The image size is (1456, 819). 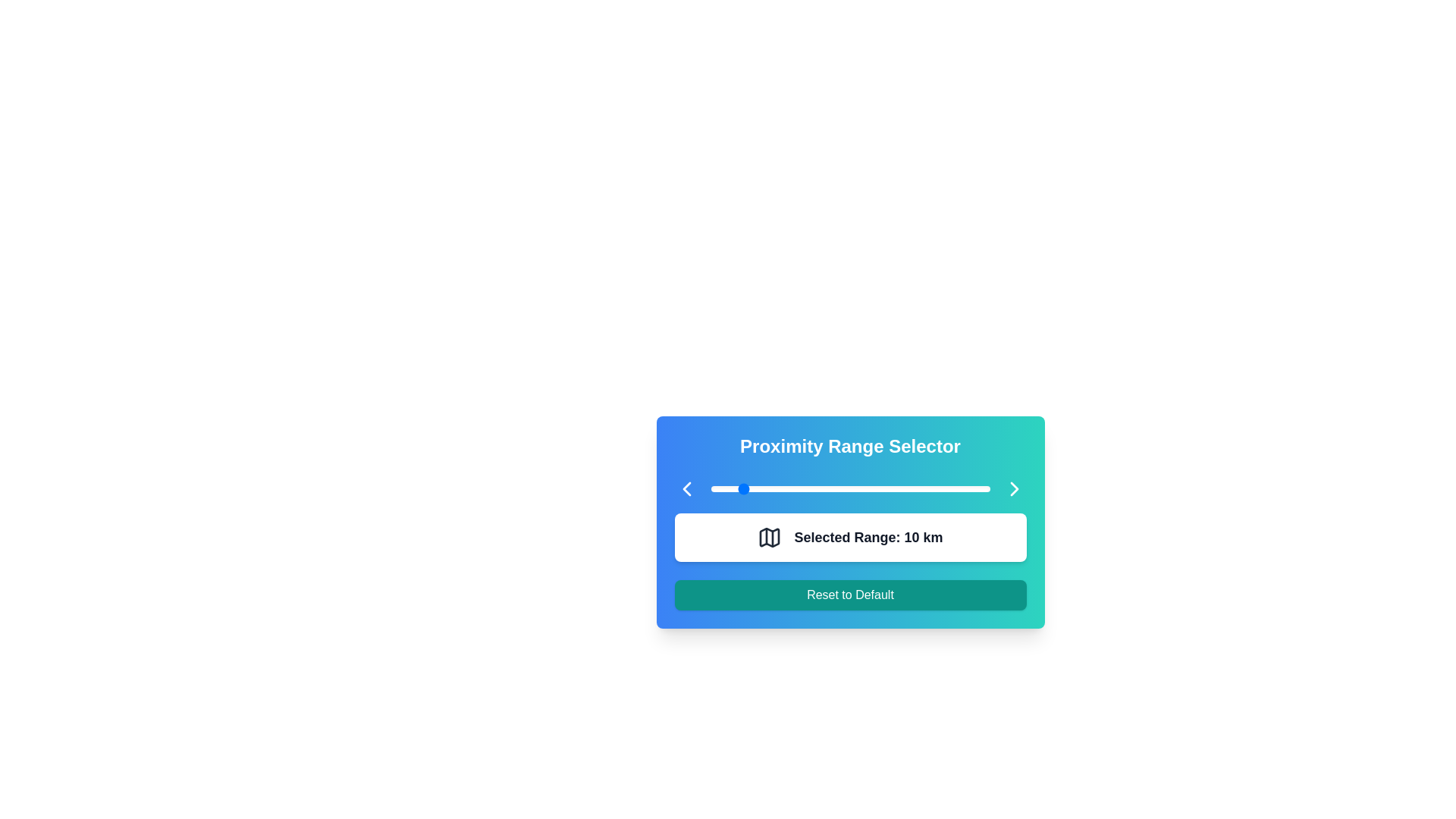 I want to click on proximity range, so click(x=836, y=488).